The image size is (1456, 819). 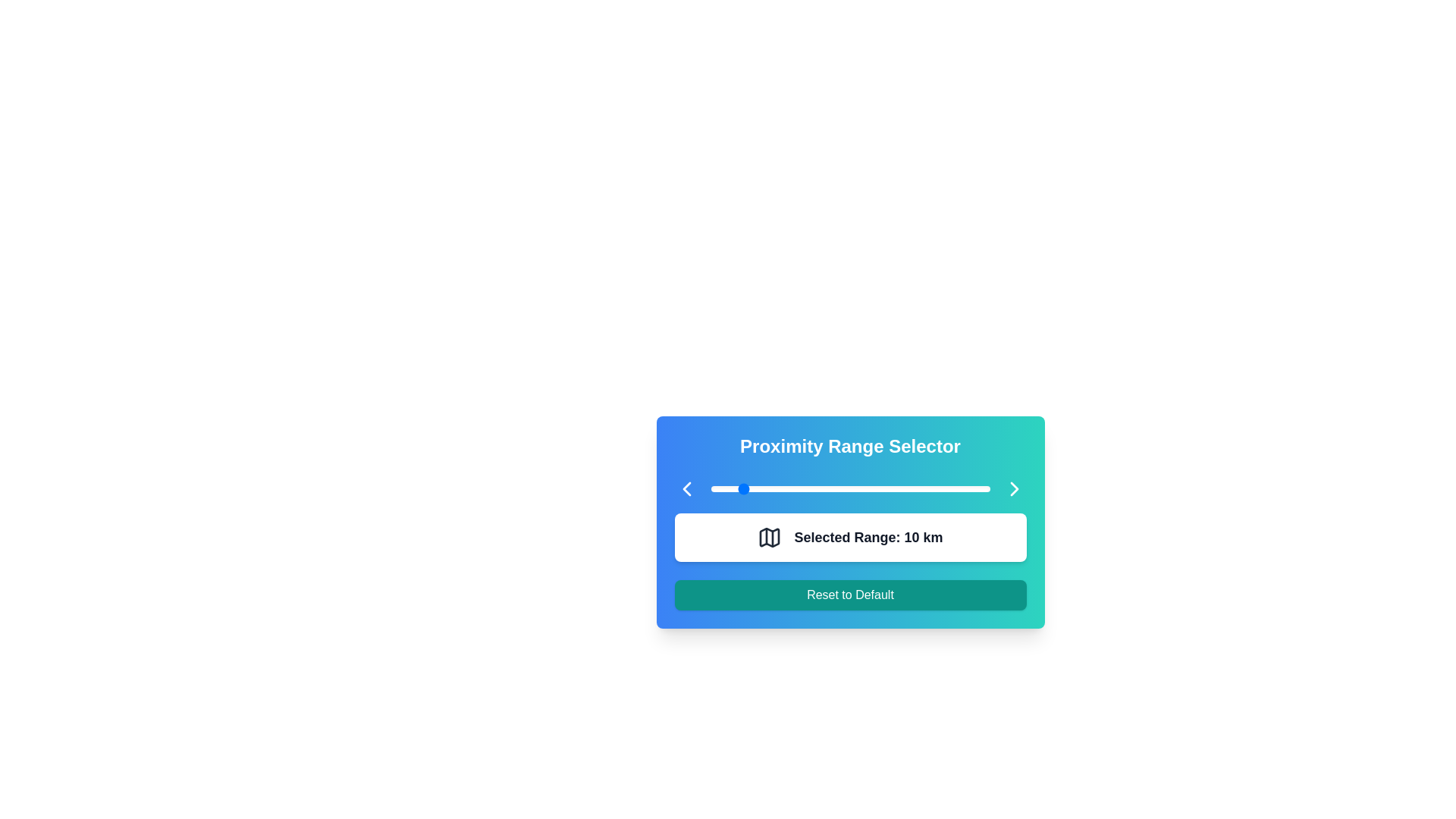 I want to click on proximity range, so click(x=836, y=488).